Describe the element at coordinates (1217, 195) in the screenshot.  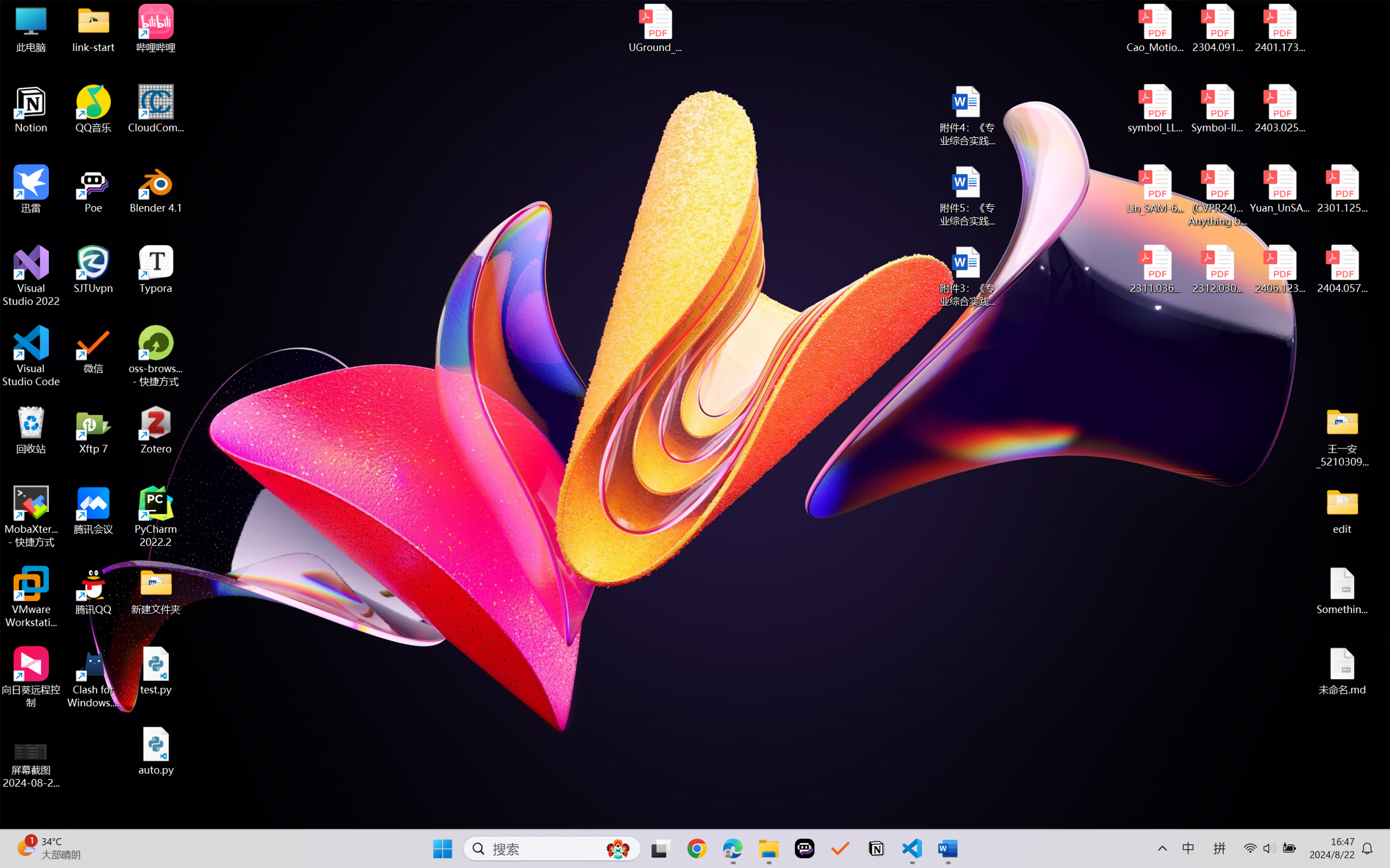
I see `'(CVPR24)Matching Anything by Segmenting Anything.pdf'` at that location.